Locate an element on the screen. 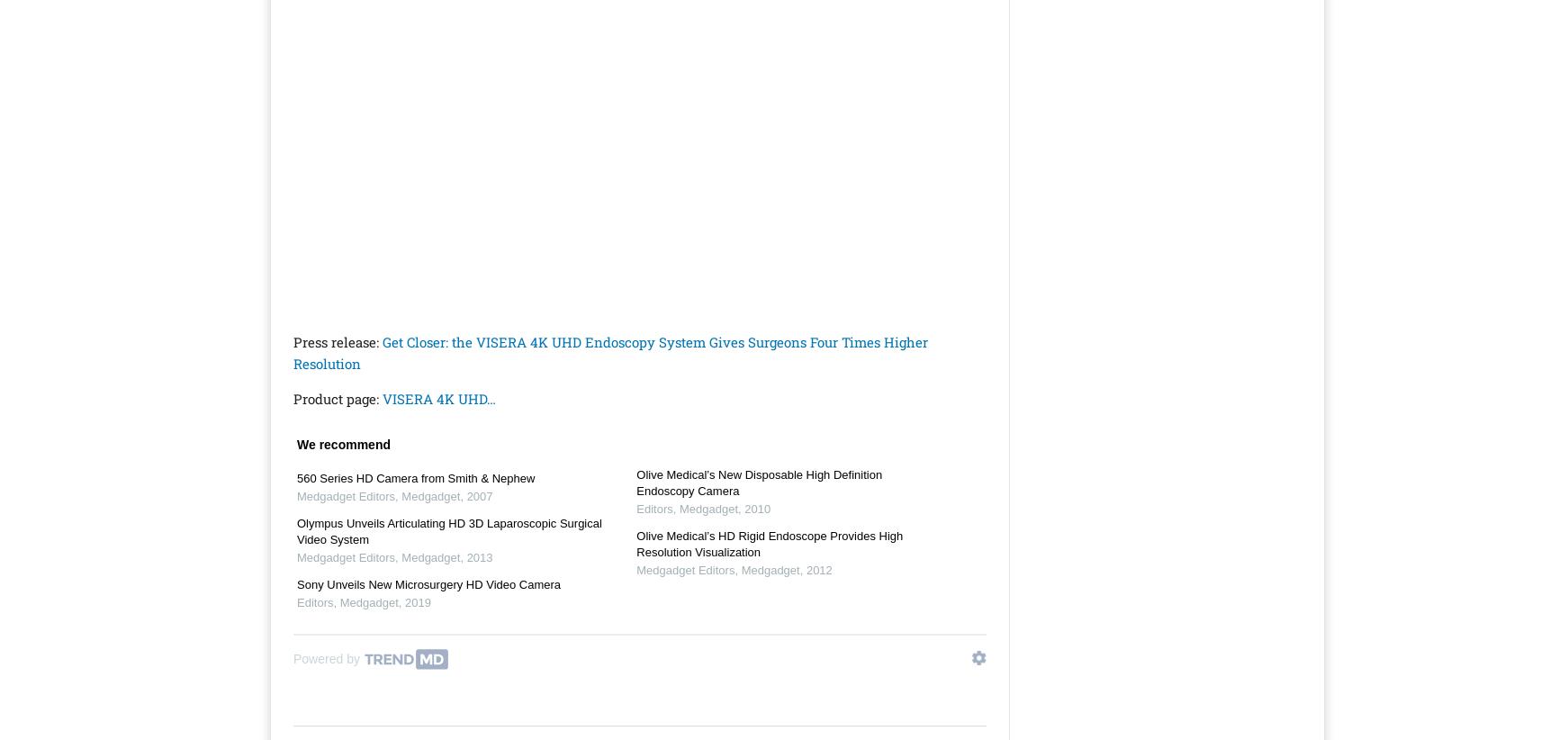 Image resolution: width=1568 pixels, height=740 pixels. 'Powered by' is located at coordinates (325, 658).